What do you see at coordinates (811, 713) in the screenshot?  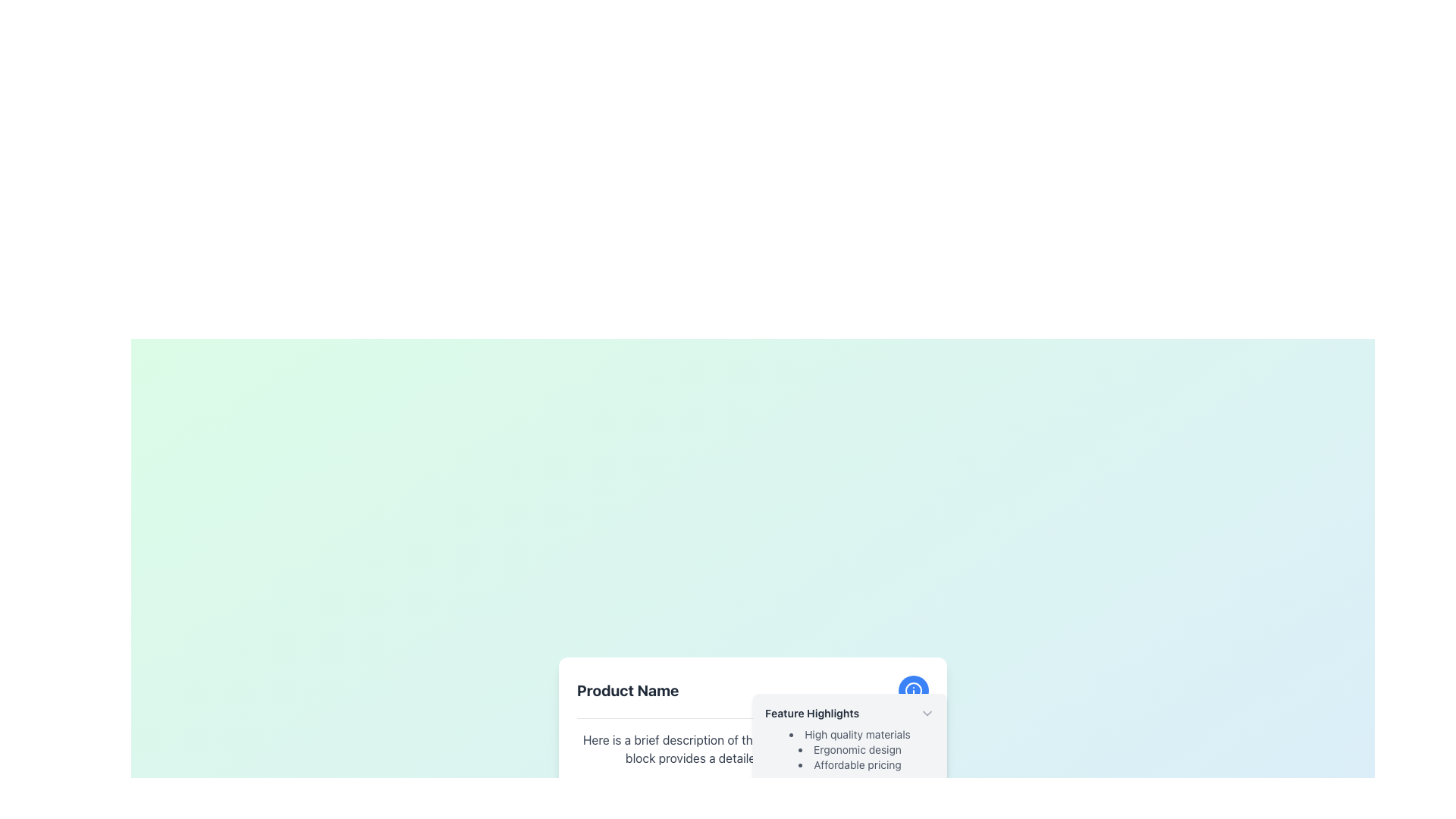 I see `the 'Feature Highlights' text label displayed in bold, dark gray font near the top-right of a light-gray box` at bounding box center [811, 713].